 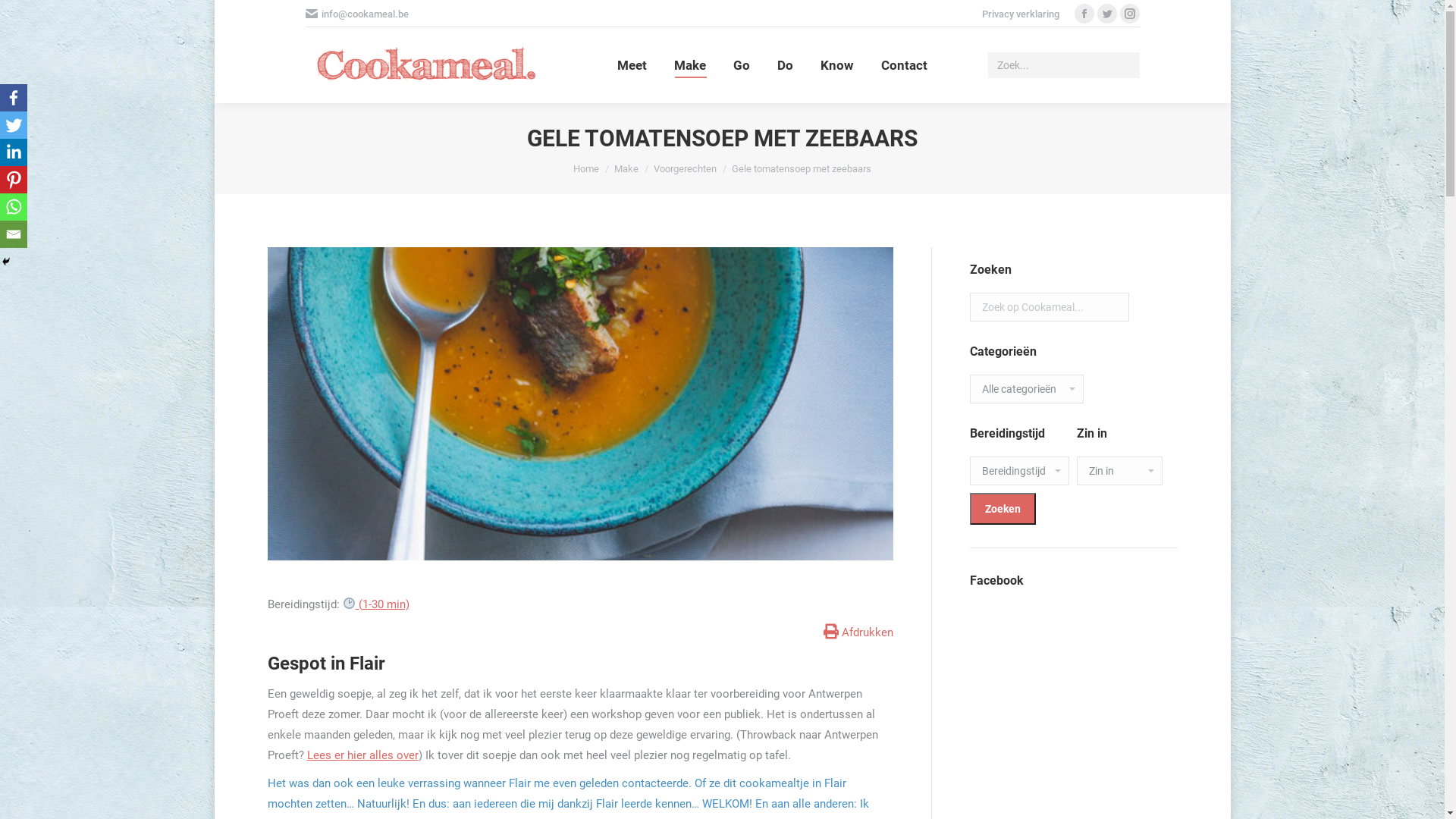 I want to click on 'Email', so click(x=0, y=234).